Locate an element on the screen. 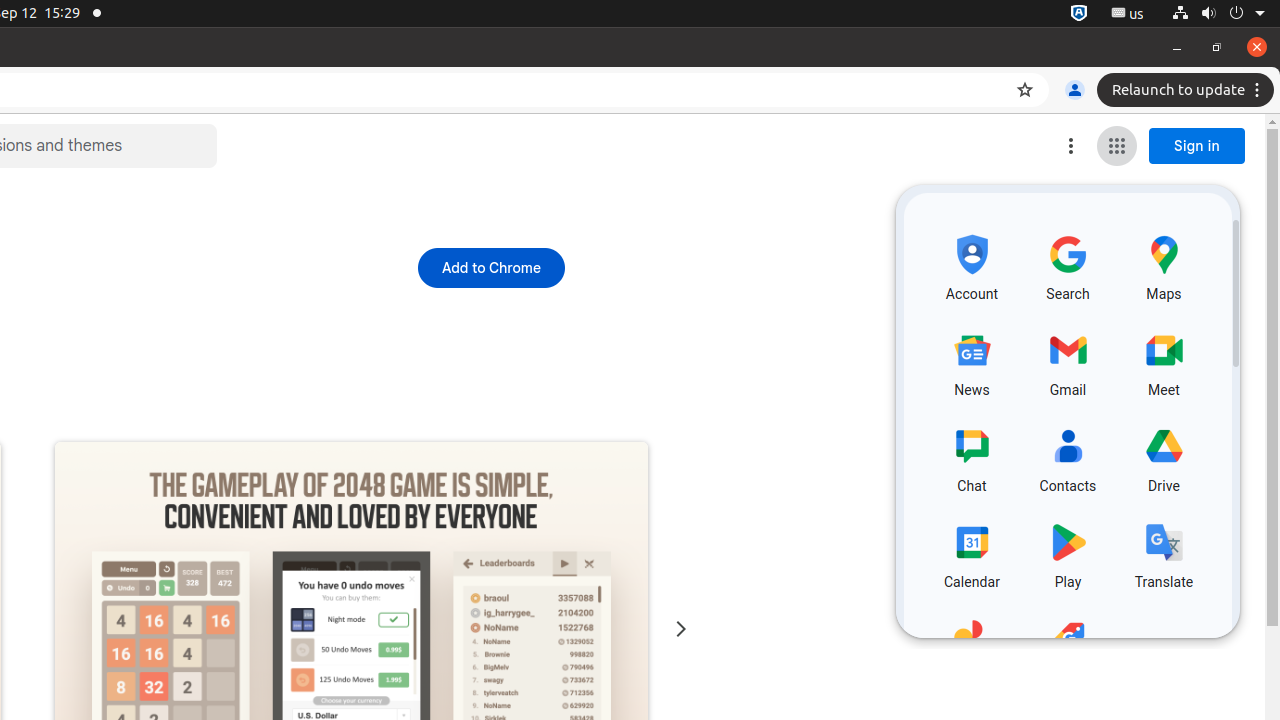  'More options menu' is located at coordinates (1069, 145).